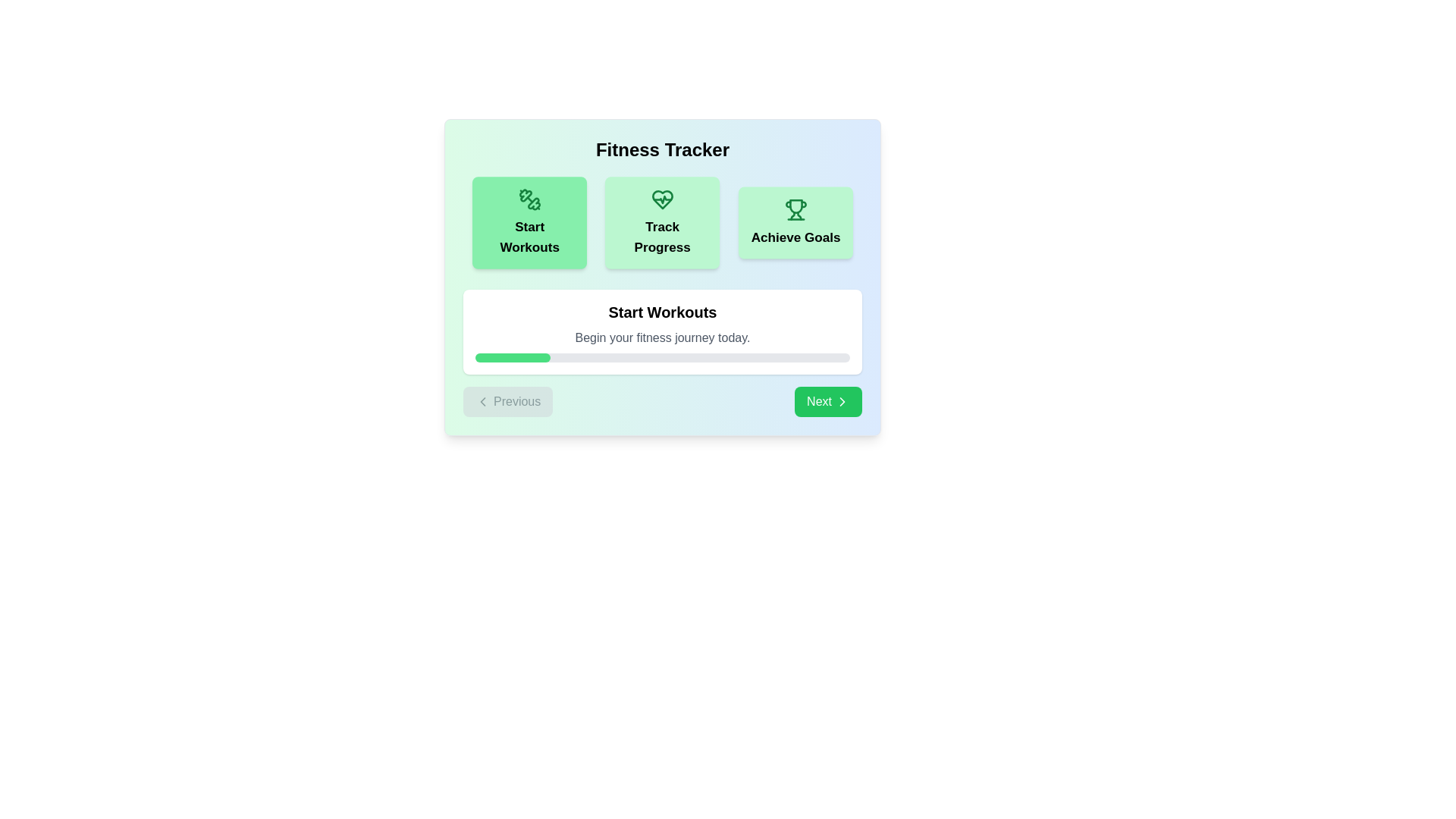 Image resolution: width=1456 pixels, height=819 pixels. I want to click on the 'Next' button, which is a rectangular button with rounded corners, a green background, and white text displaying 'Next' with a right-facing chevron arrow, so click(827, 400).